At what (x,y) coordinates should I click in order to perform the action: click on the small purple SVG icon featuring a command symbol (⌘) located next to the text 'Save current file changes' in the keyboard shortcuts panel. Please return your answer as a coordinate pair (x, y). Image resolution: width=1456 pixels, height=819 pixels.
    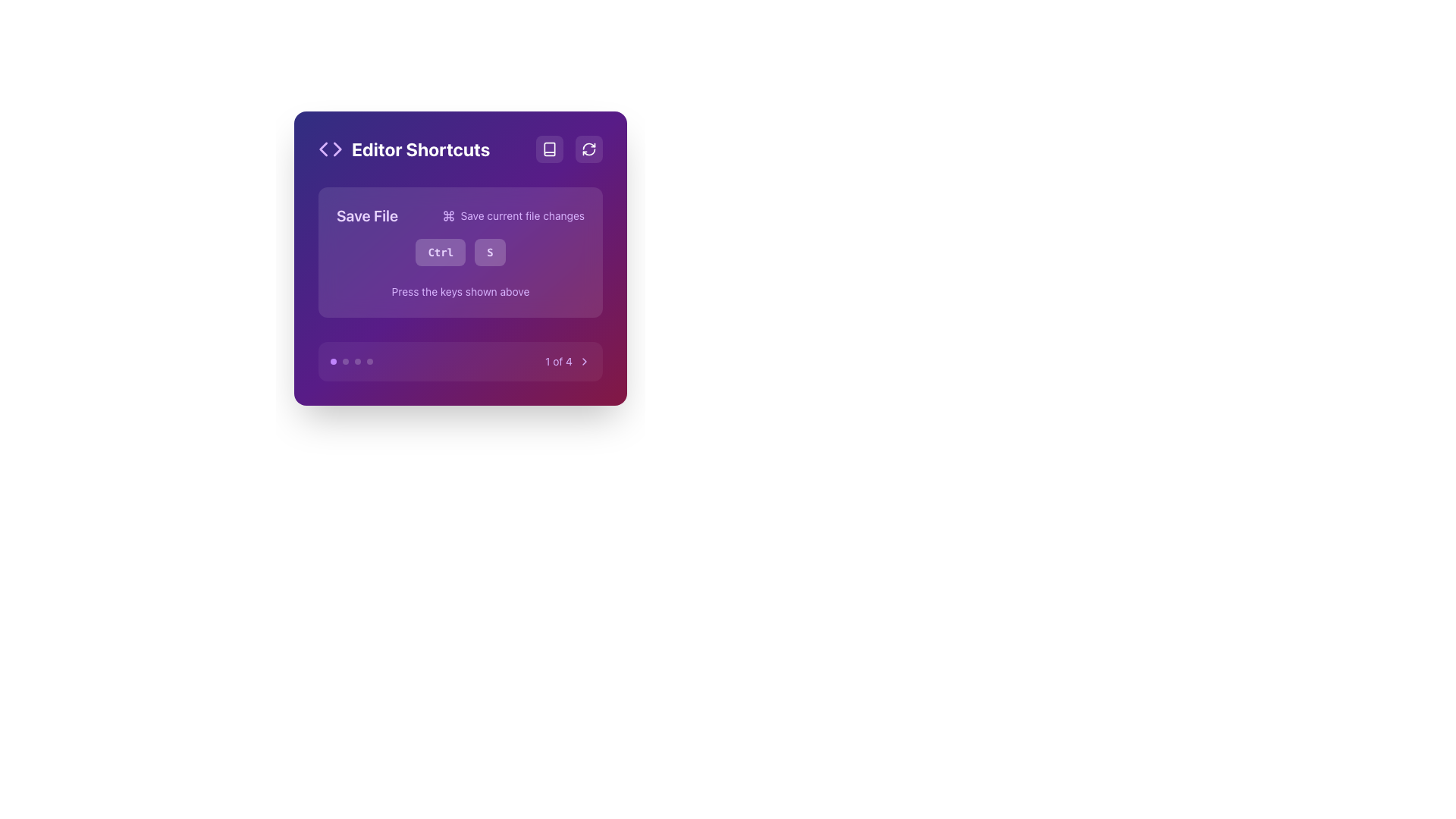
    Looking at the image, I should click on (447, 216).